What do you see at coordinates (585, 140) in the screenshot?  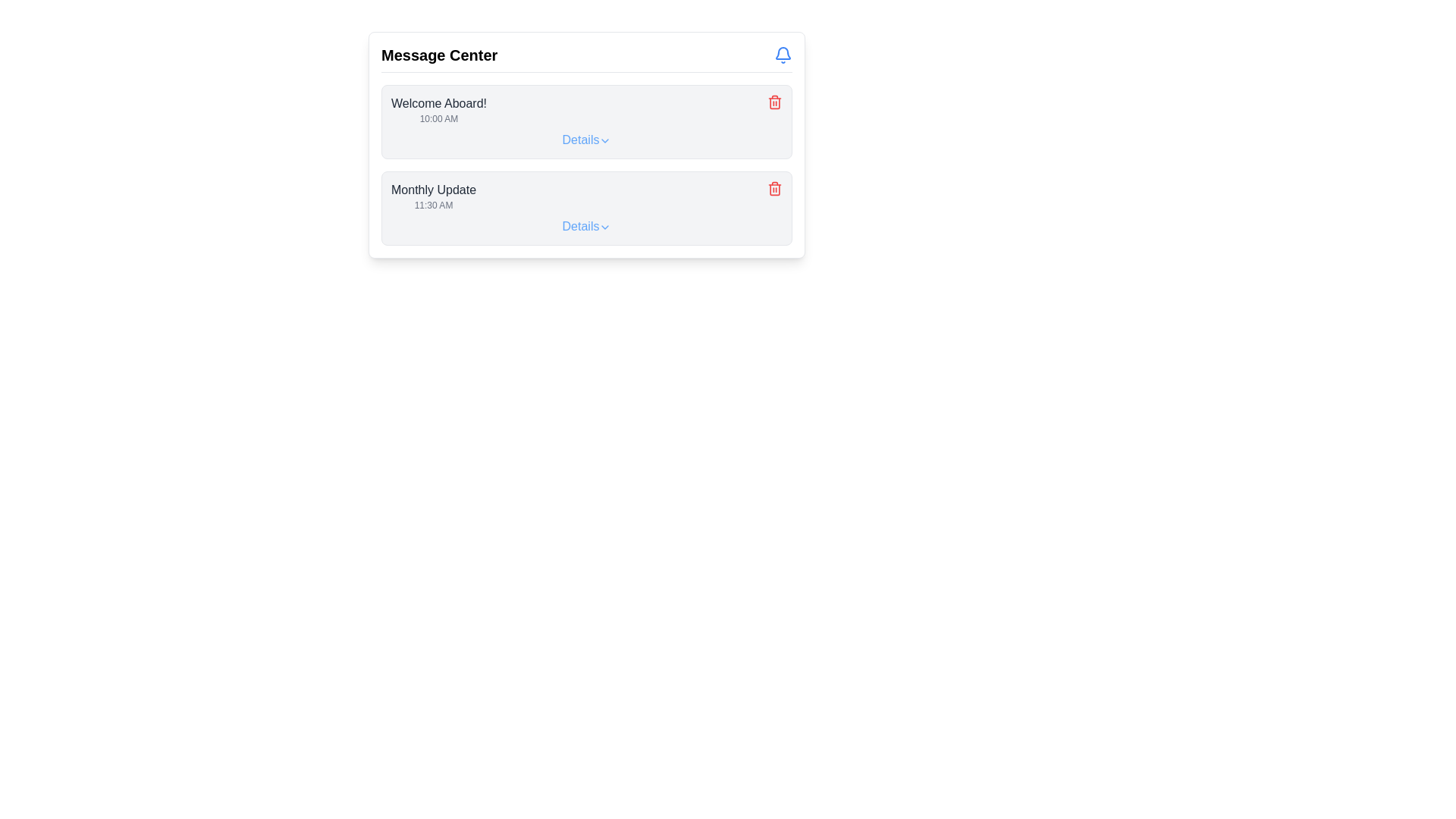 I see `the 'Details' link with an icon, which is styled with blue font color and an underline appearing on hover, located in the second row of the message list, adjacent to the delete icon` at bounding box center [585, 140].